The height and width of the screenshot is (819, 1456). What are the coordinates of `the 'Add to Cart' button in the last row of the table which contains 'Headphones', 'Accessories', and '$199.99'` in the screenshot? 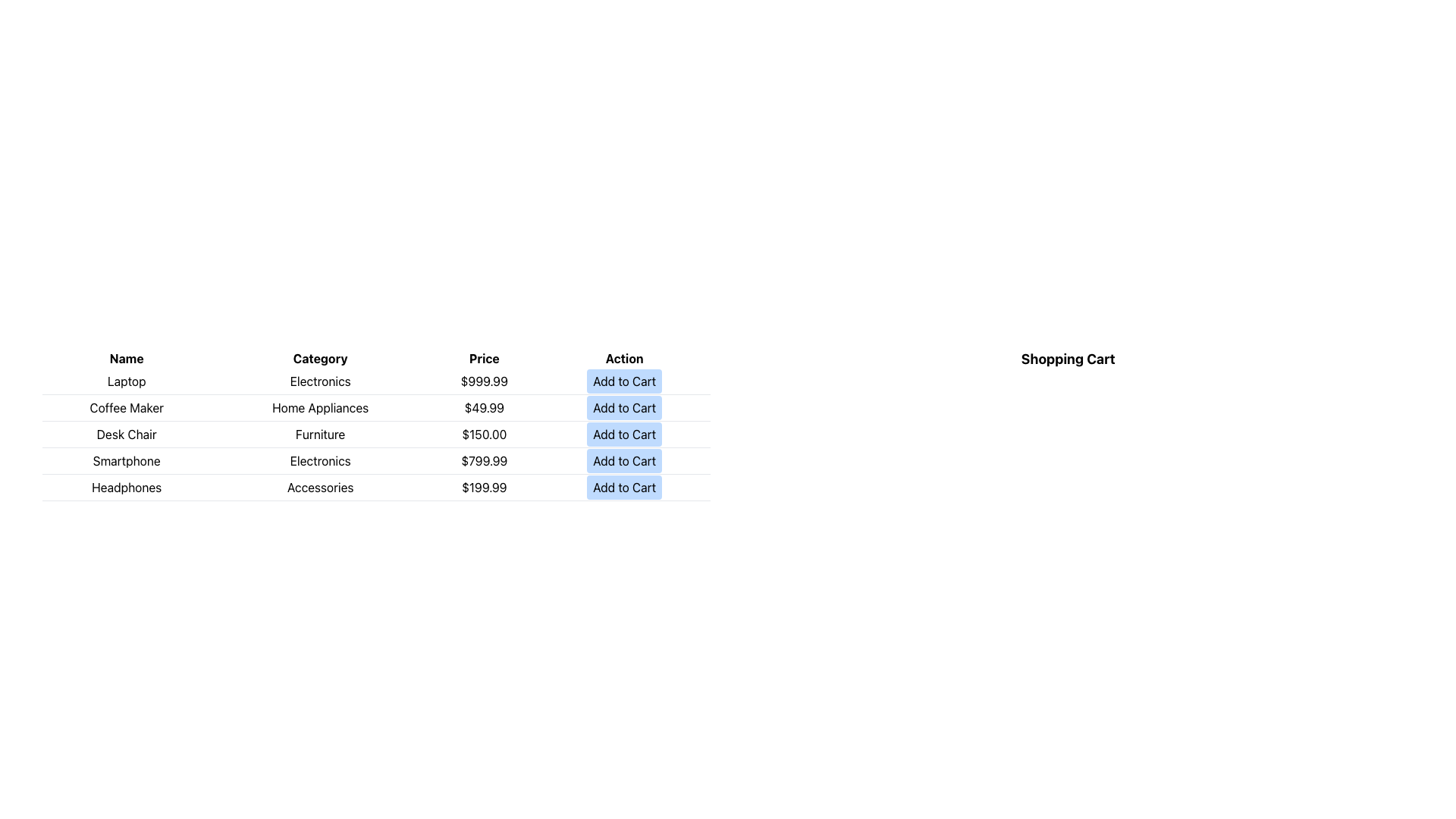 It's located at (376, 488).